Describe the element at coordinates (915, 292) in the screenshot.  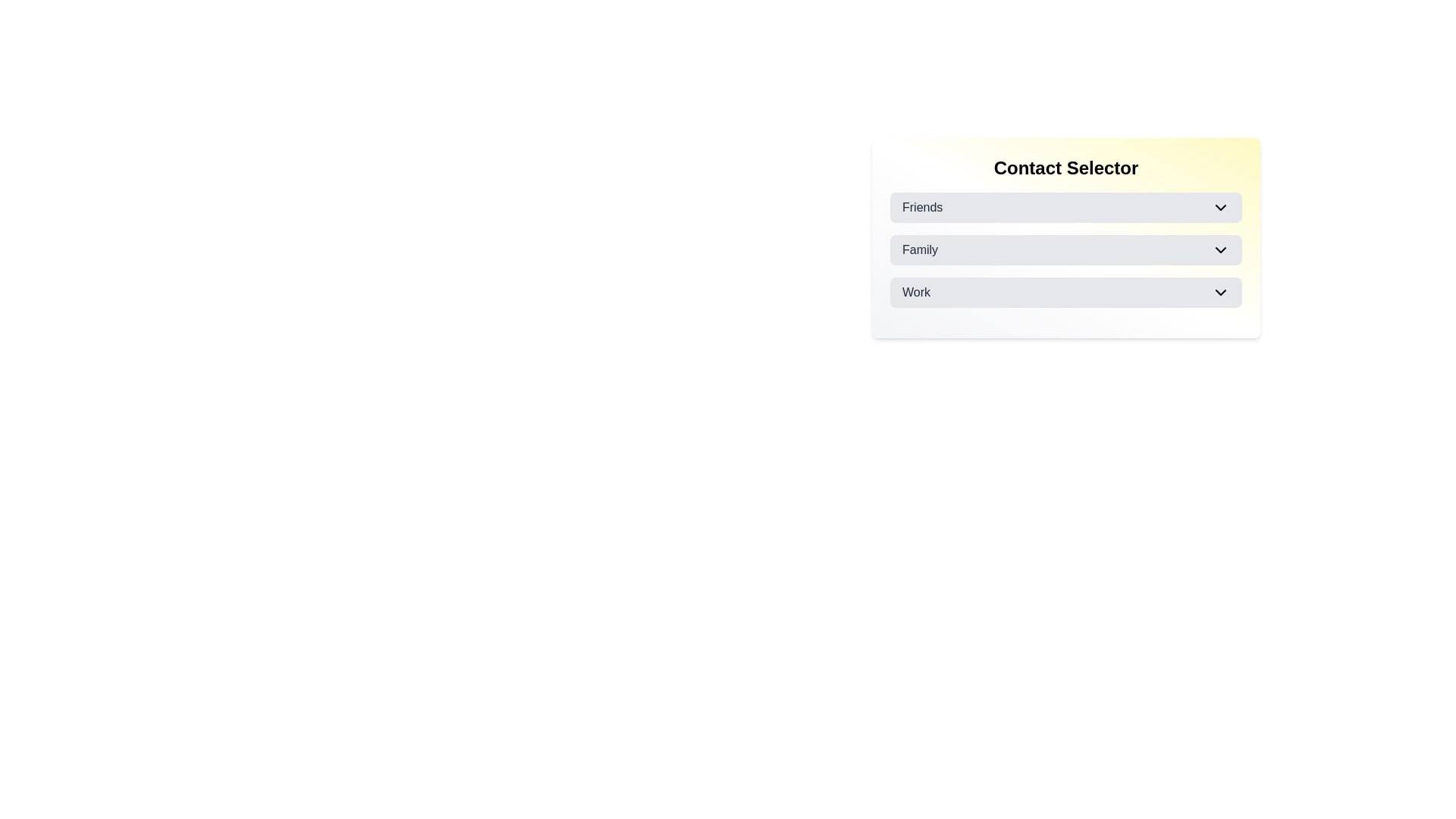
I see `the static text label positioned to the left of the dropdown arrow in the bottommost row of the list, which categorizes the context as 'Friends' or 'Family'` at that location.